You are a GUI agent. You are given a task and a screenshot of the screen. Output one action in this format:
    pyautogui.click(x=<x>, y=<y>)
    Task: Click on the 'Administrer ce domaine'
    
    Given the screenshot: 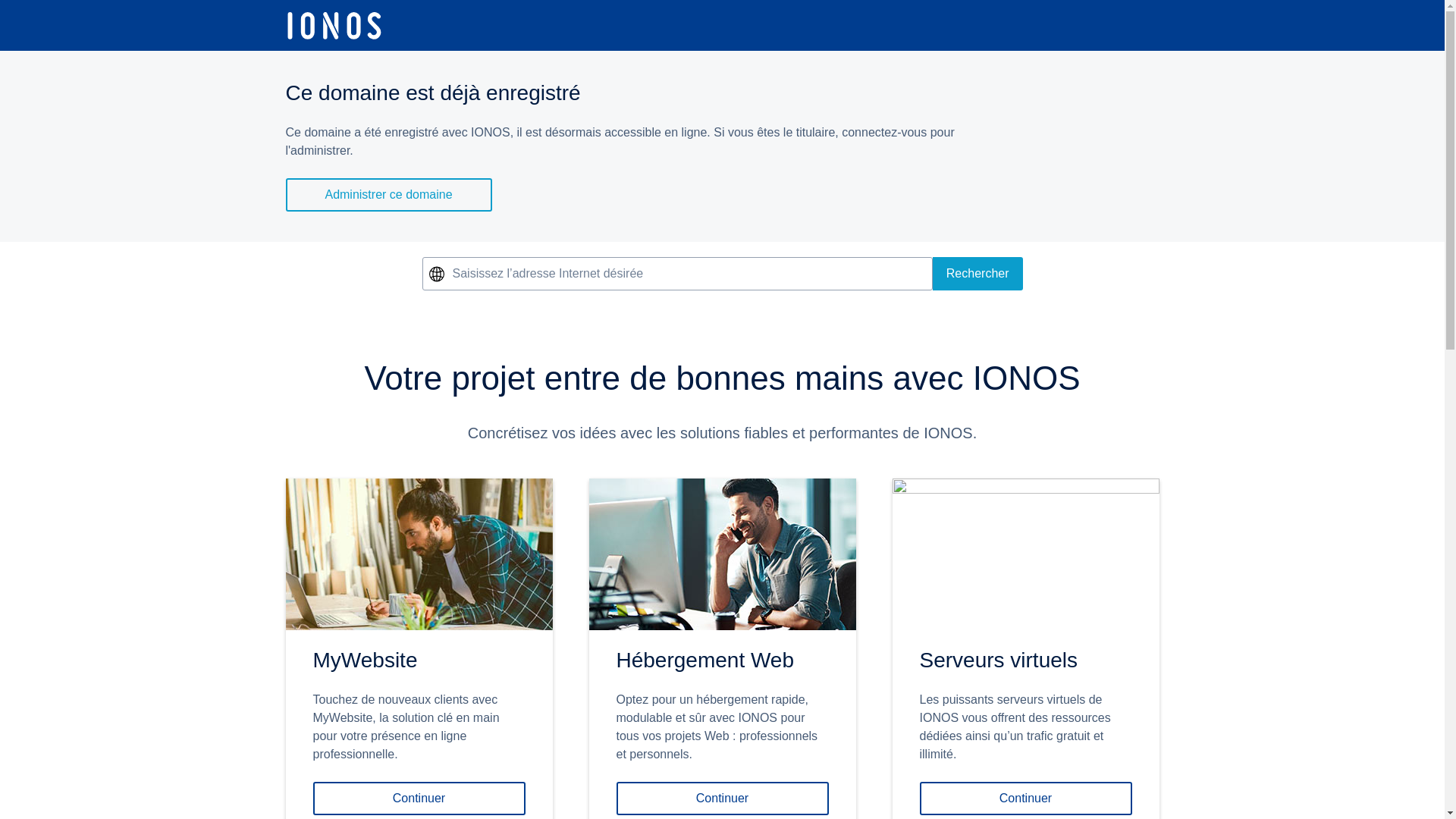 What is the action you would take?
    pyautogui.click(x=388, y=194)
    